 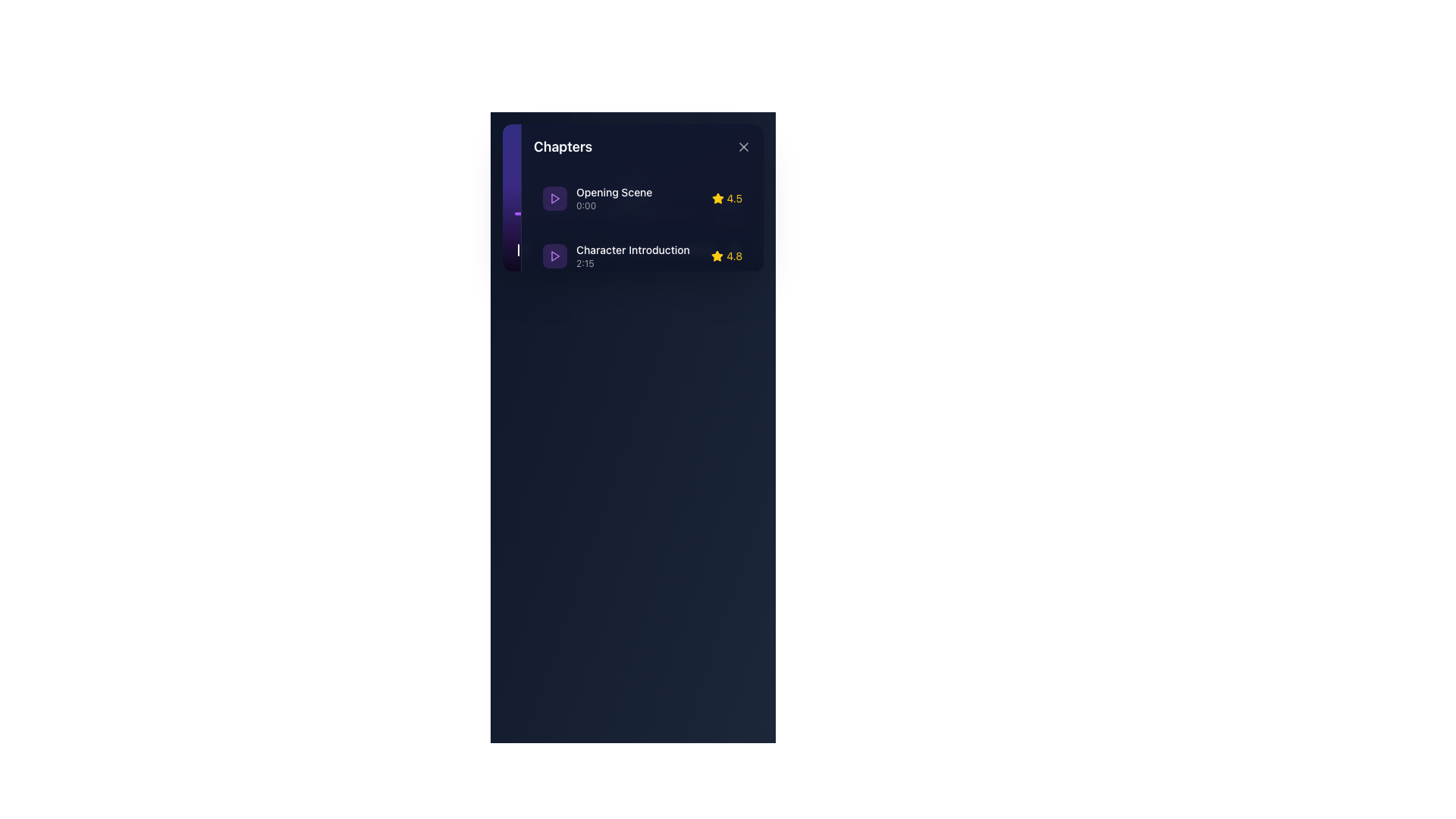 What do you see at coordinates (717, 198) in the screenshot?
I see `the star rating icon located to the right of the 'Opening Scene' title in the 'Chapters' section, which represents a positive rating of 4.5` at bounding box center [717, 198].